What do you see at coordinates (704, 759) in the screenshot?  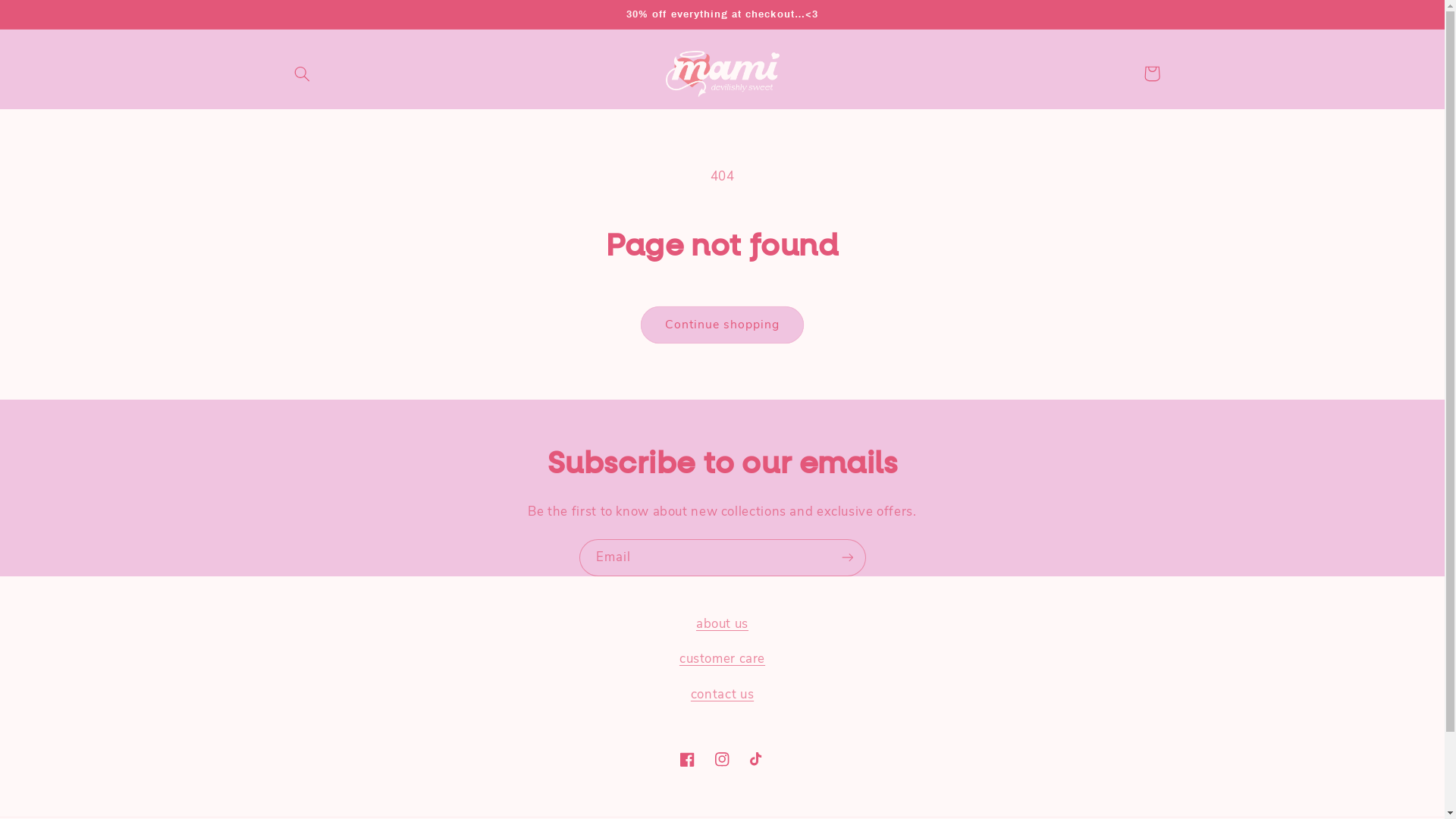 I see `'Instagram'` at bounding box center [704, 759].